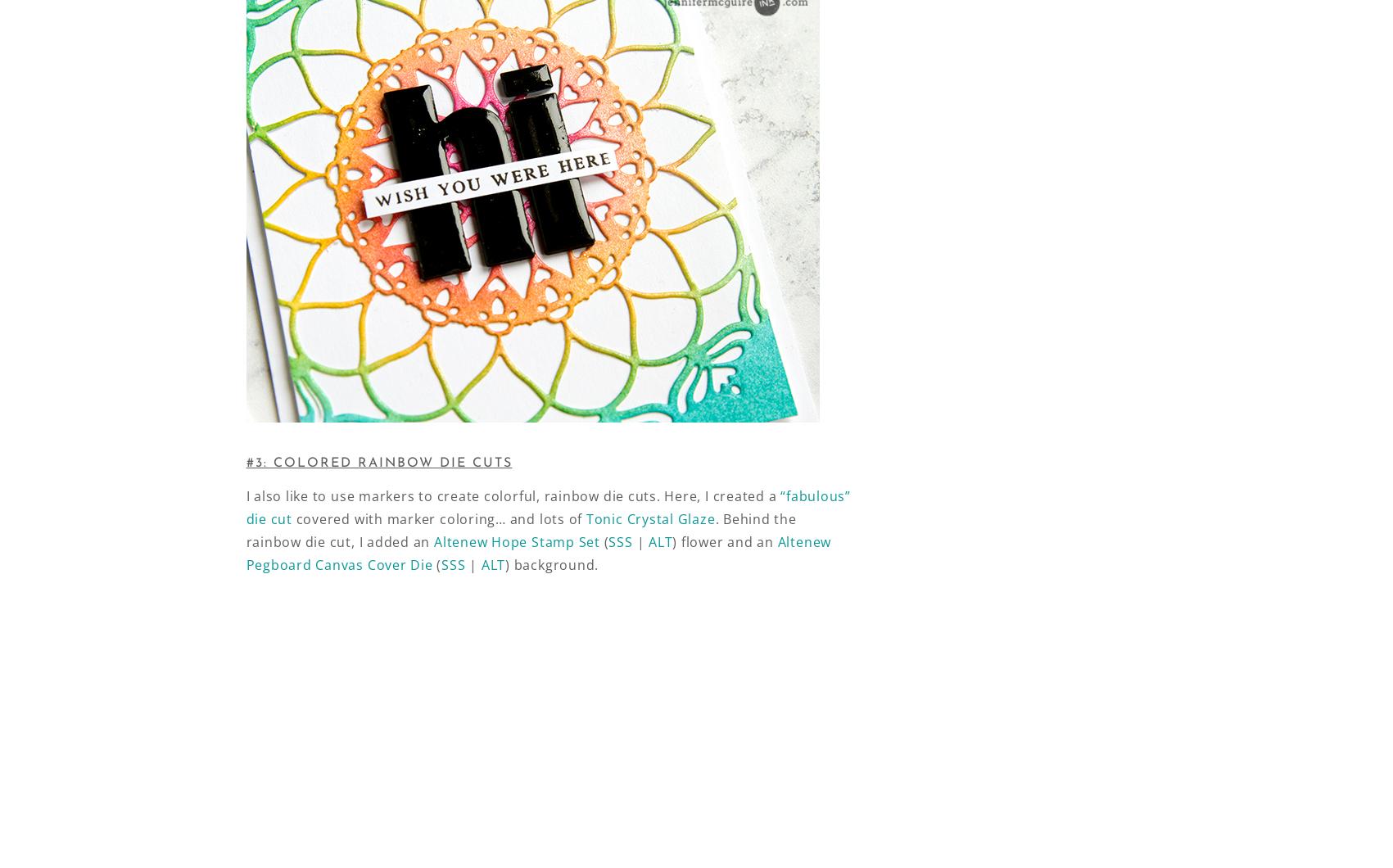  I want to click on '“fabulous” die cut', so click(547, 507).